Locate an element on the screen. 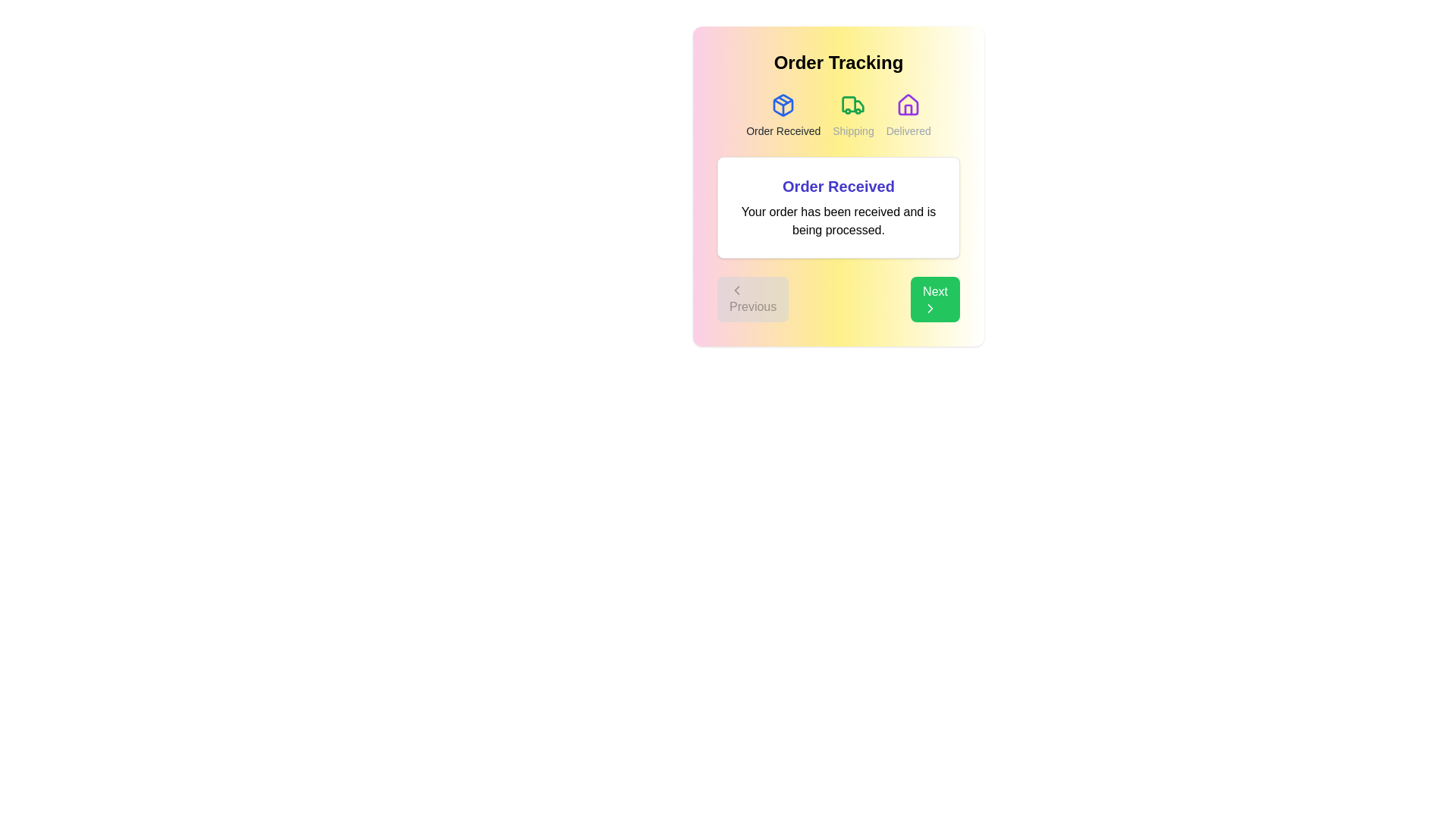 The width and height of the screenshot is (1456, 819). the 'Next' button to navigate to the next step is located at coordinates (934, 299).